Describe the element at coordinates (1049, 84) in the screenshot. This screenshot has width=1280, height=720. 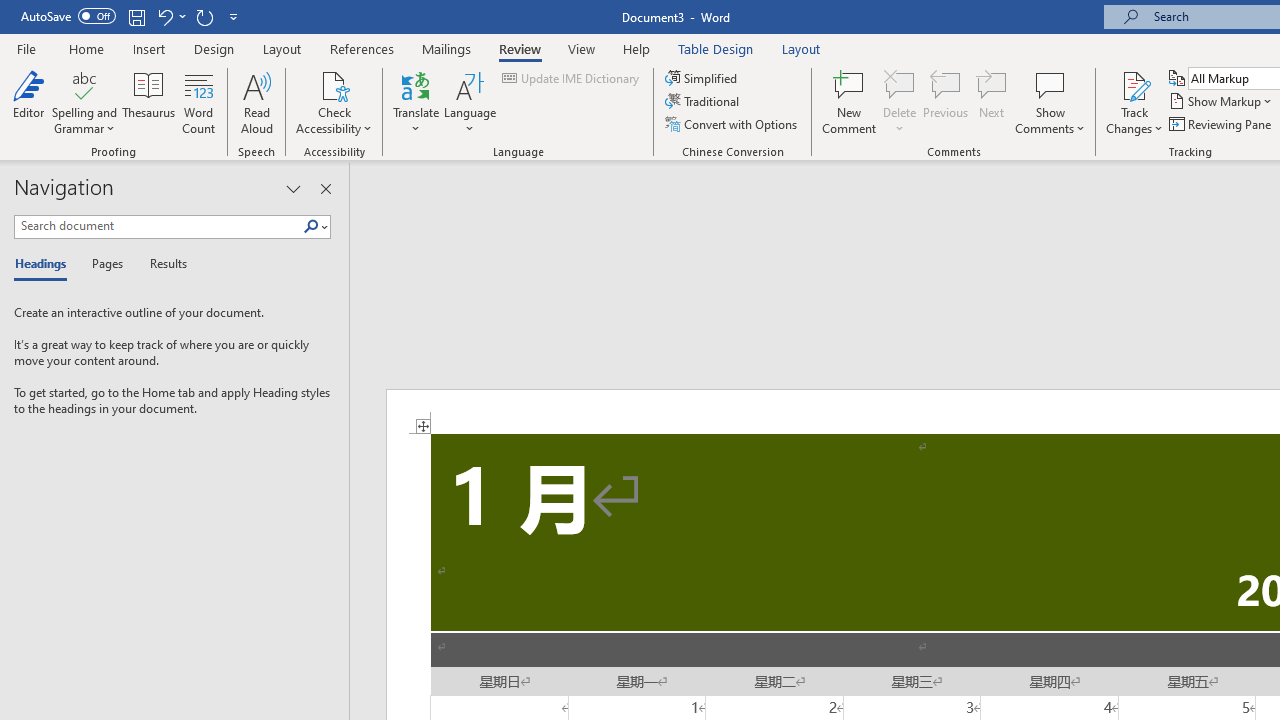
I see `'Show Comments'` at that location.